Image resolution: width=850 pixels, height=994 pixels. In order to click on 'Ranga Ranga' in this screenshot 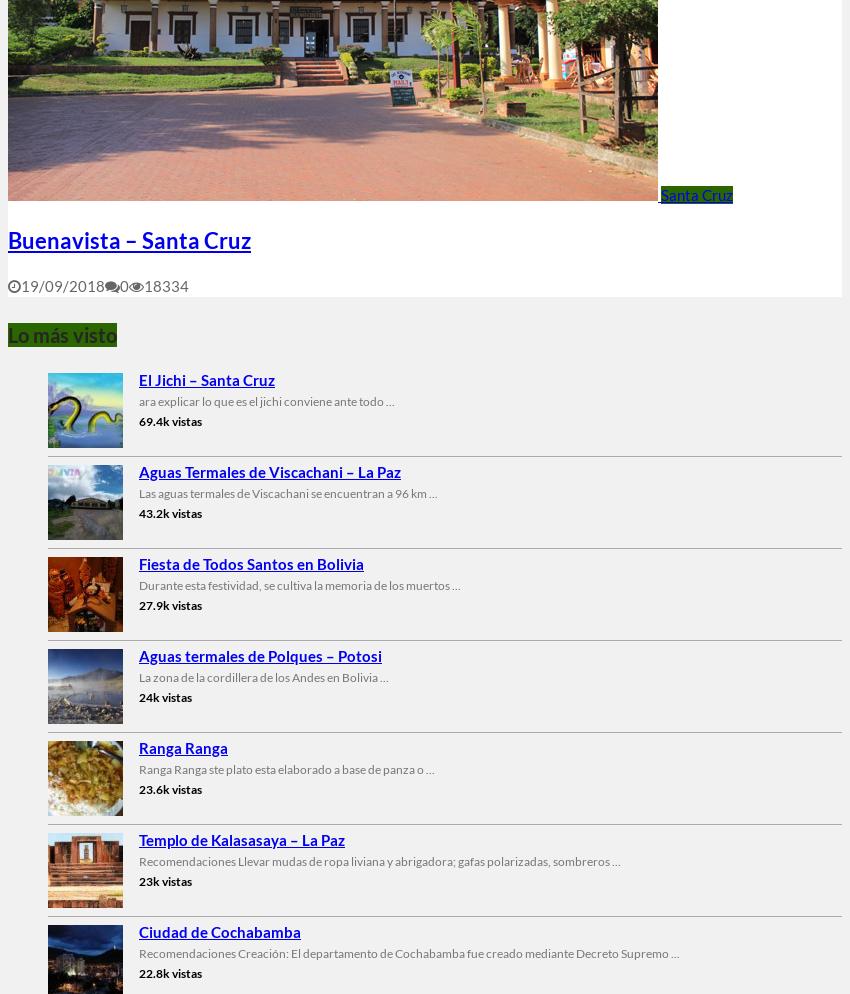, I will do `click(182, 746)`.